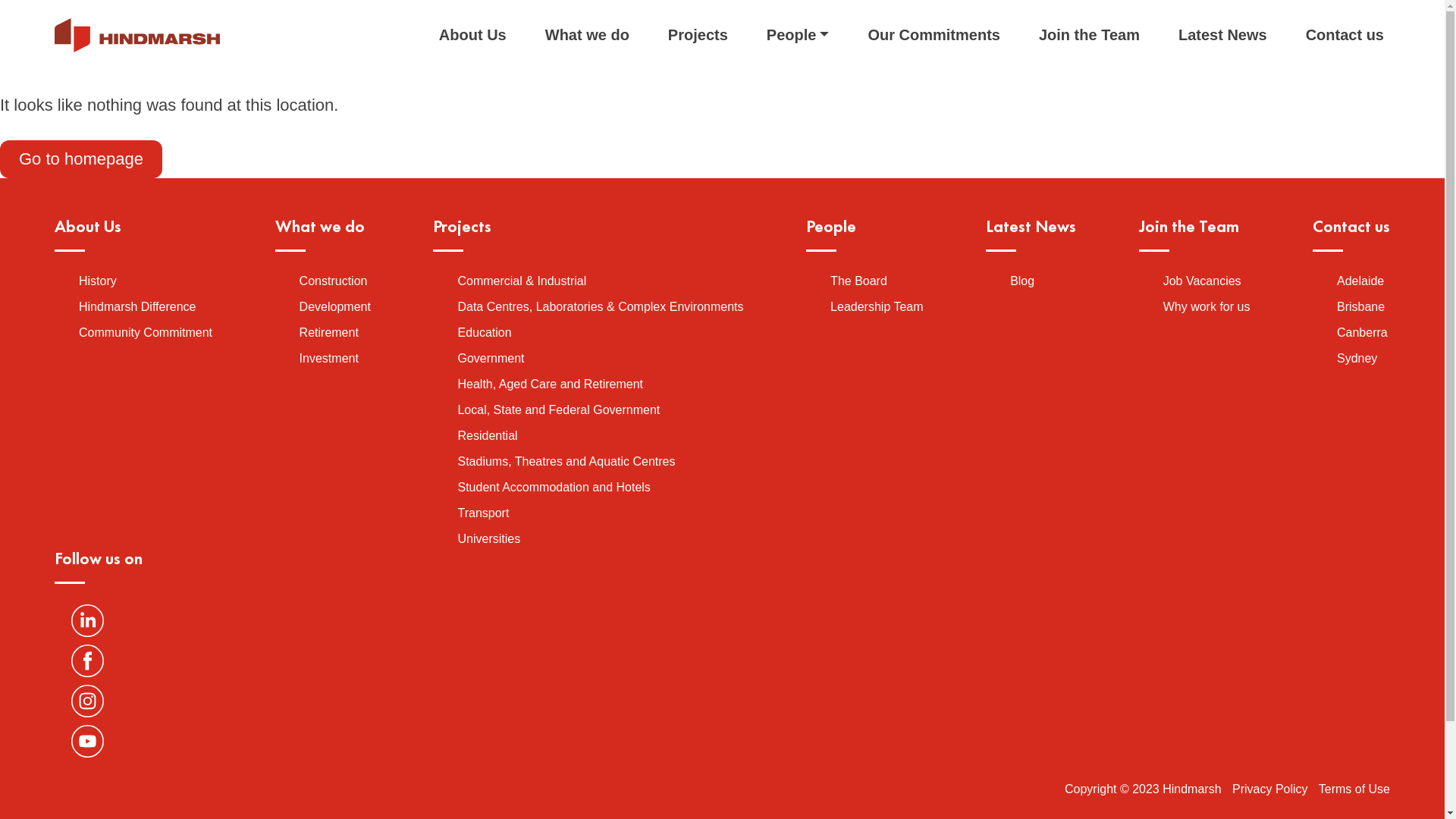 This screenshot has height=819, width=1456. I want to click on 'Student Accommodation and Hotels', so click(552, 487).